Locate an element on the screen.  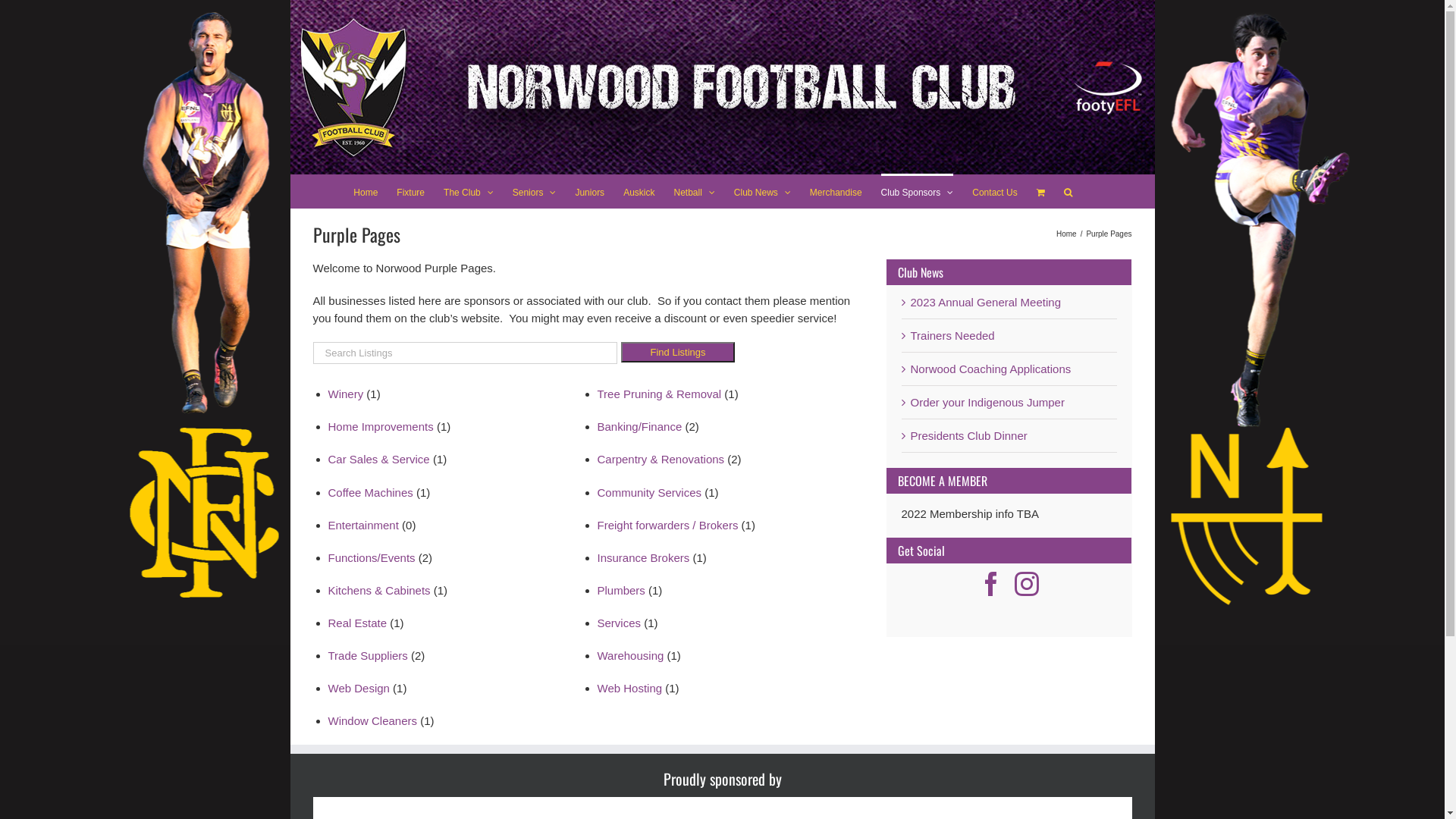
'Winery' is located at coordinates (344, 393).